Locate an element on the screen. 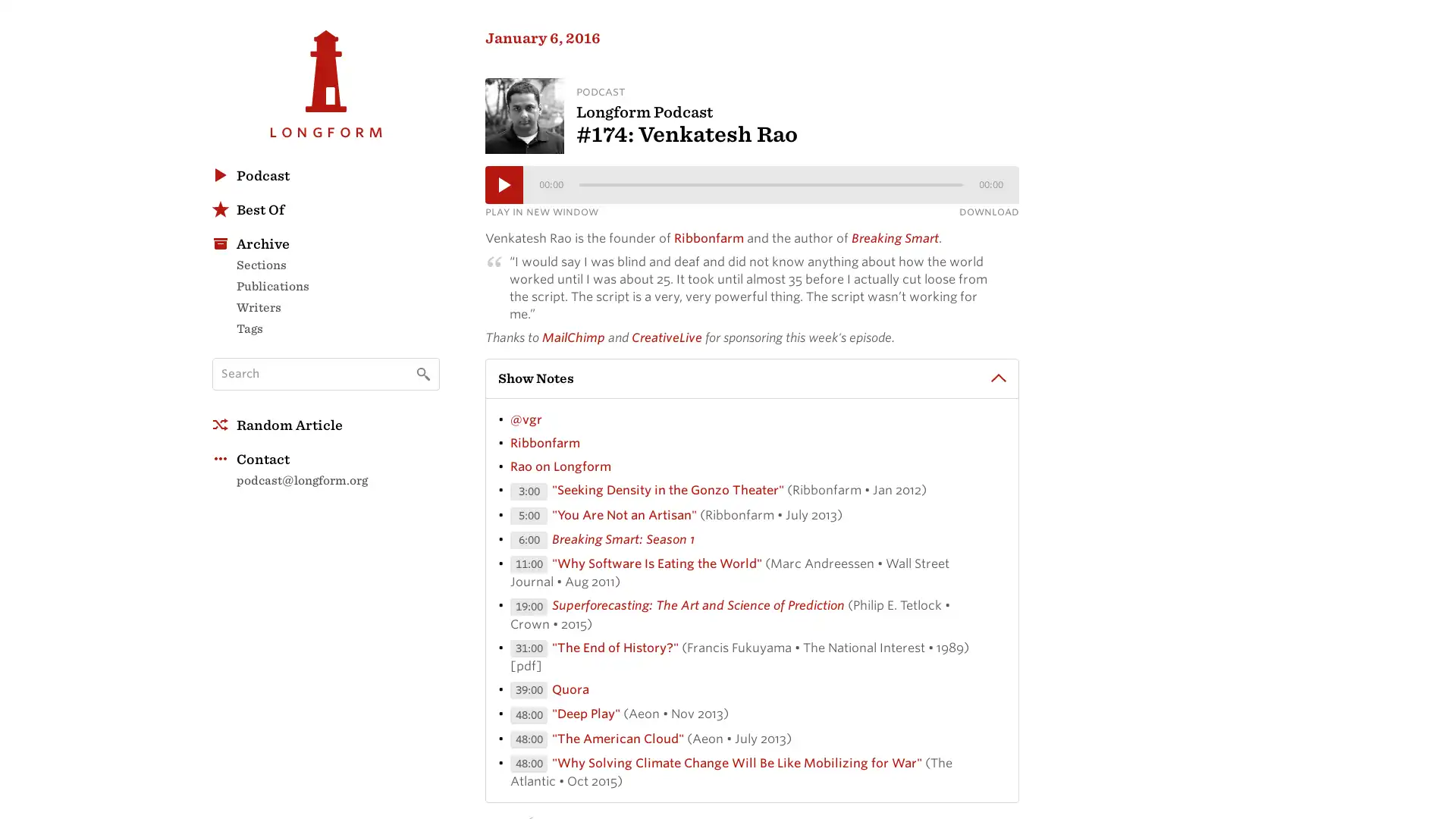 This screenshot has width=1456, height=819. 39:00 is located at coordinates (529, 693).